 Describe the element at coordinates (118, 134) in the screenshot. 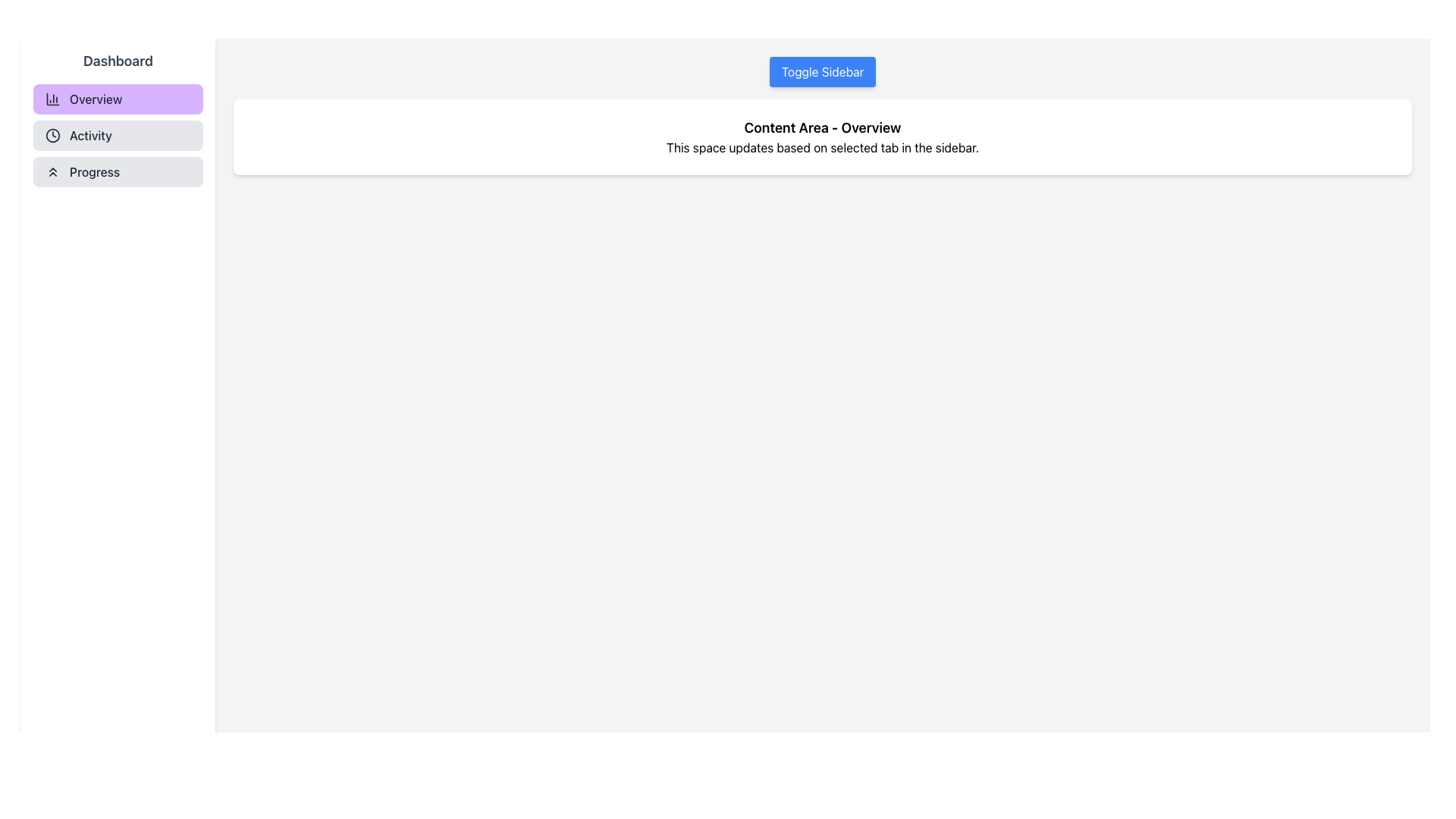

I see `the 'Activity' button` at that location.